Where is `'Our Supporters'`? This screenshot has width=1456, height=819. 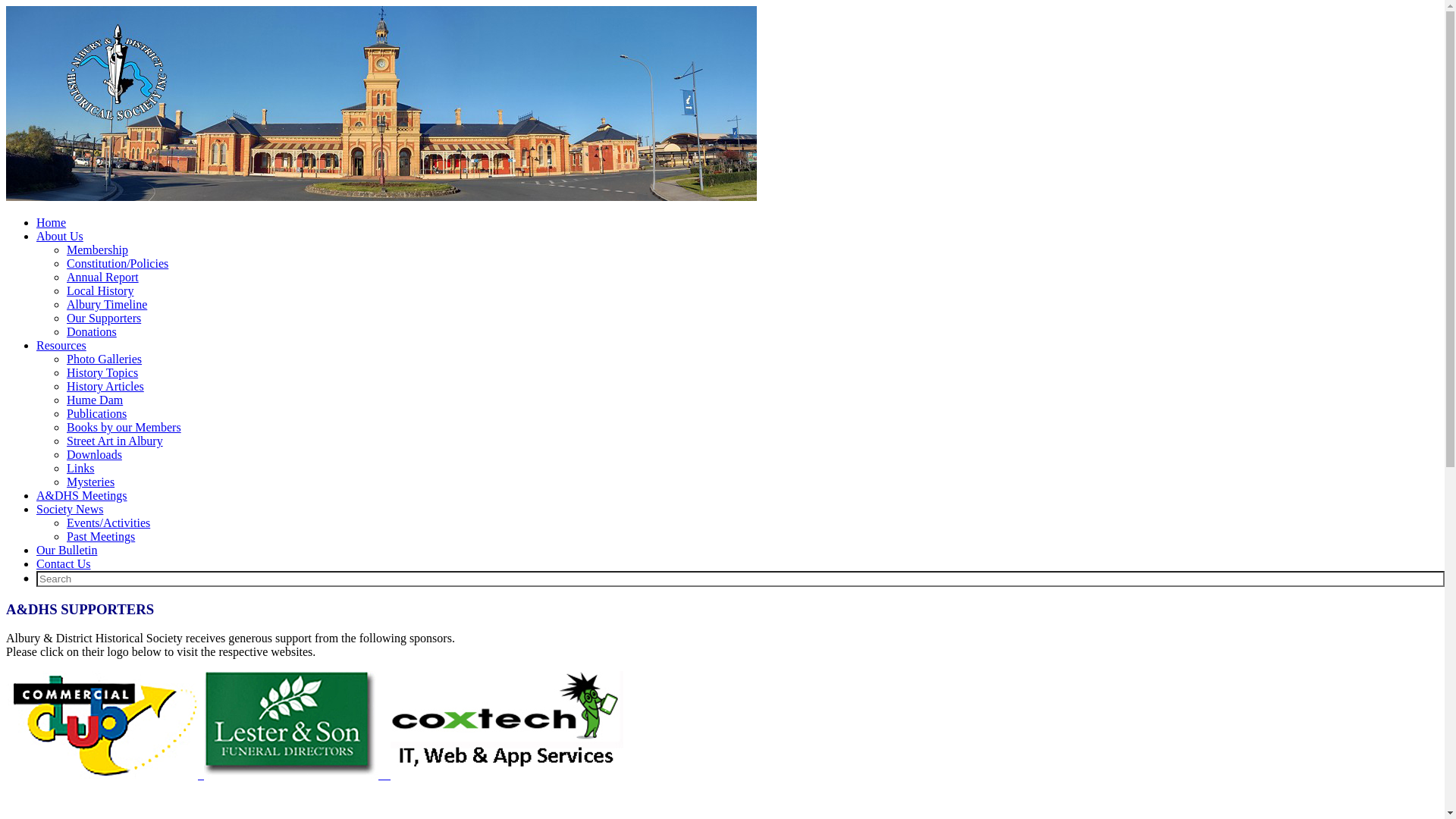
'Our Supporters' is located at coordinates (103, 317).